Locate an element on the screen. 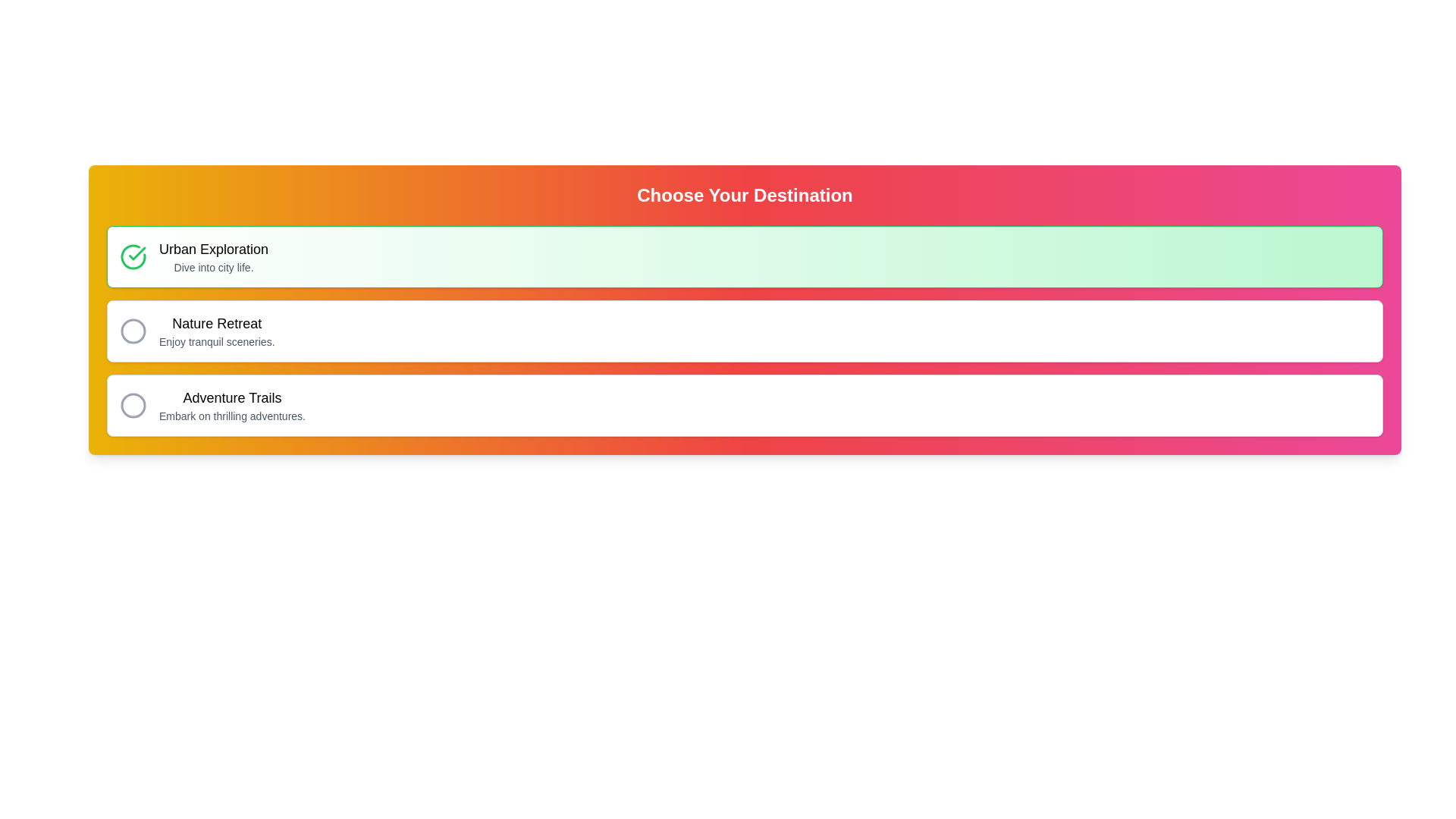 This screenshot has width=1456, height=819. the smaller SVG circle element that represents a placeholder or inactive state within an interactive list, located to the left of the 'Nature Retreat' text is located at coordinates (133, 330).